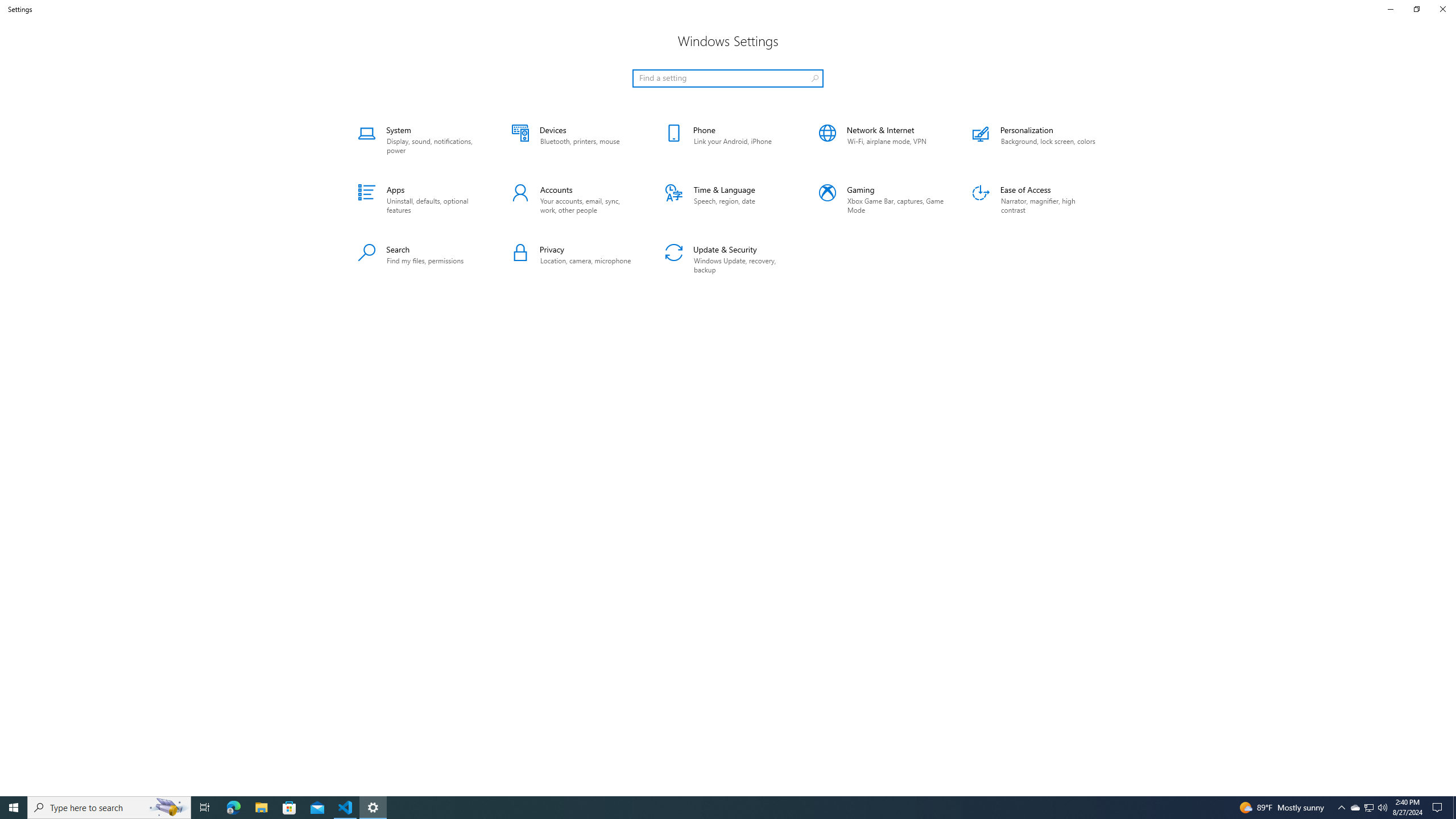 The height and width of the screenshot is (819, 1456). What do you see at coordinates (420, 259) in the screenshot?
I see `'Search'` at bounding box center [420, 259].